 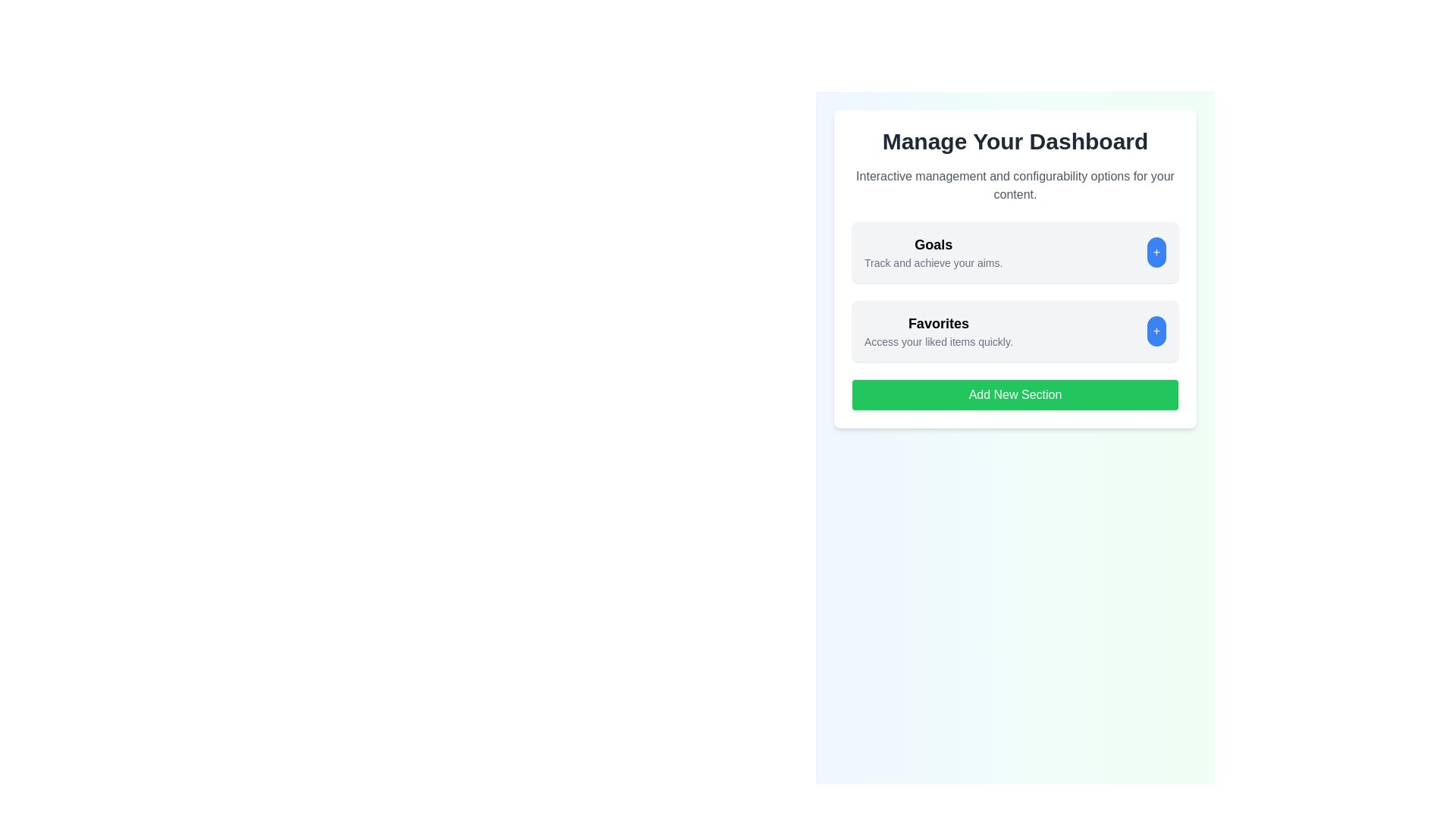 What do you see at coordinates (1015, 185) in the screenshot?
I see `the descriptive text element styled in gray that reads 'Interactive management and configurability options for your content.' located below the title 'Manage Your Dashboard.'` at bounding box center [1015, 185].